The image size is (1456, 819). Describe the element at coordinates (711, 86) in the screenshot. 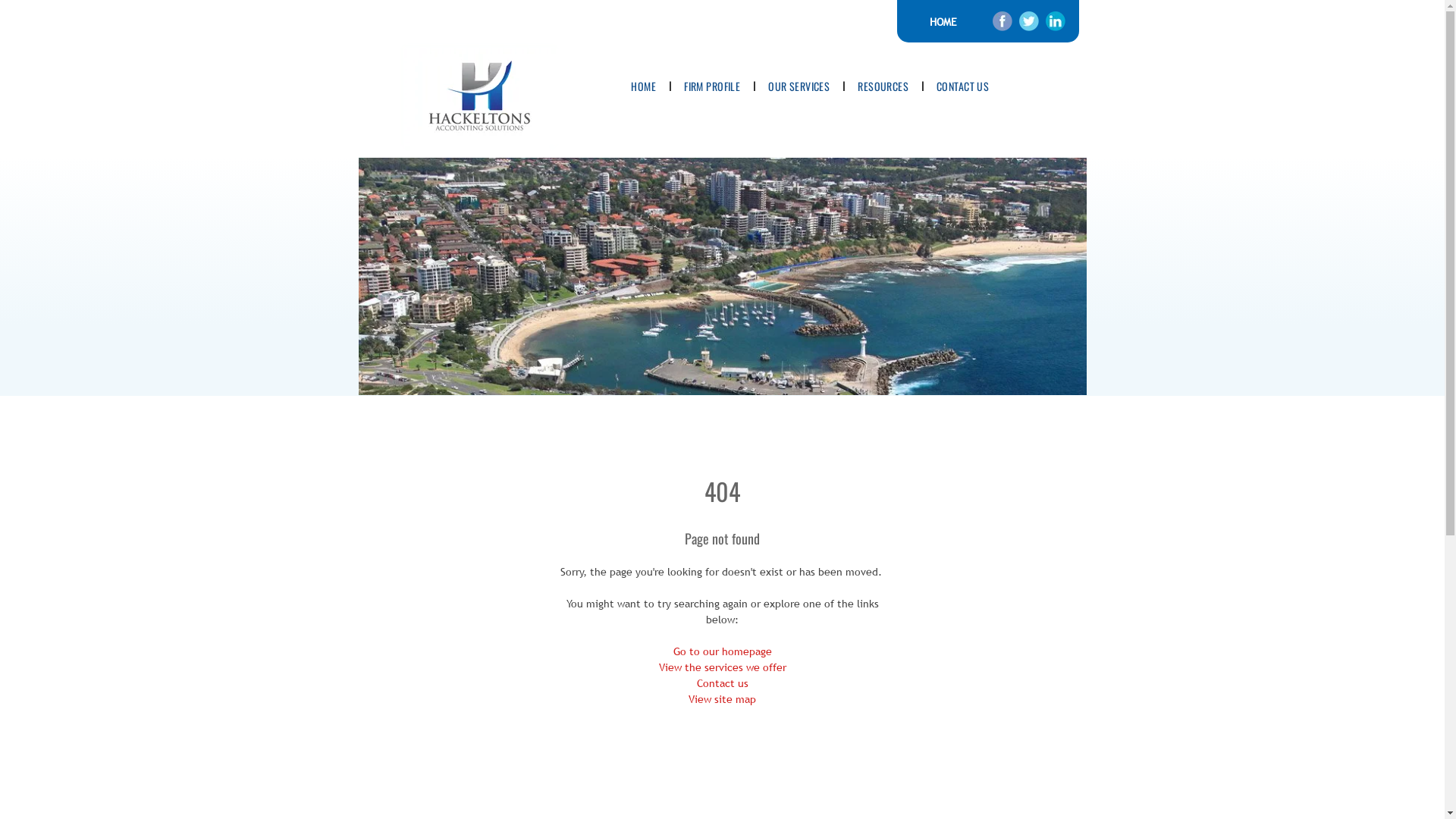

I see `'FIRM PROFILE'` at that location.